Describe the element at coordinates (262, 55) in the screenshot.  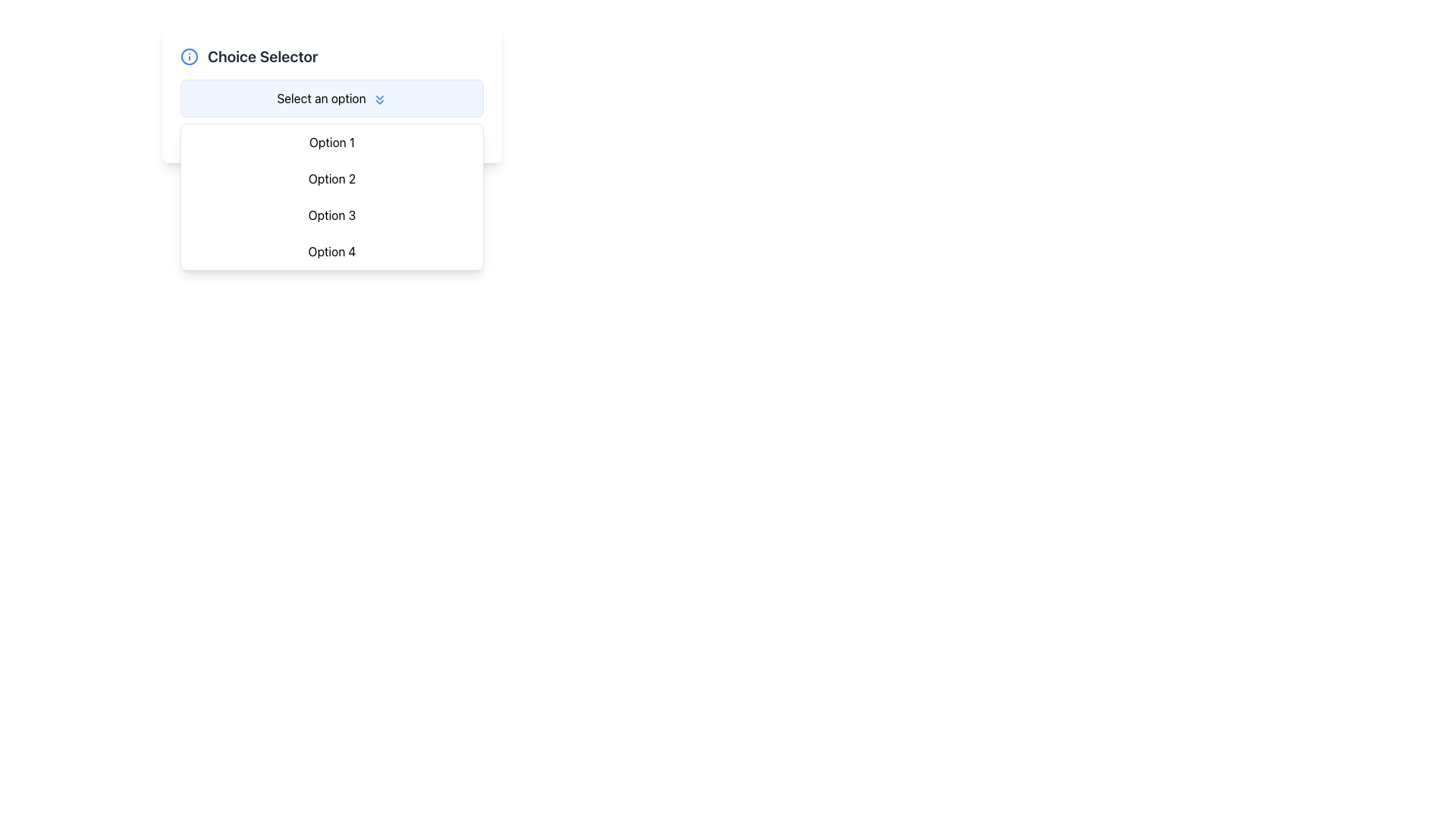
I see `text from the Text Label that serves as a heading for the dropdown menu, located at the top of the selection module` at that location.